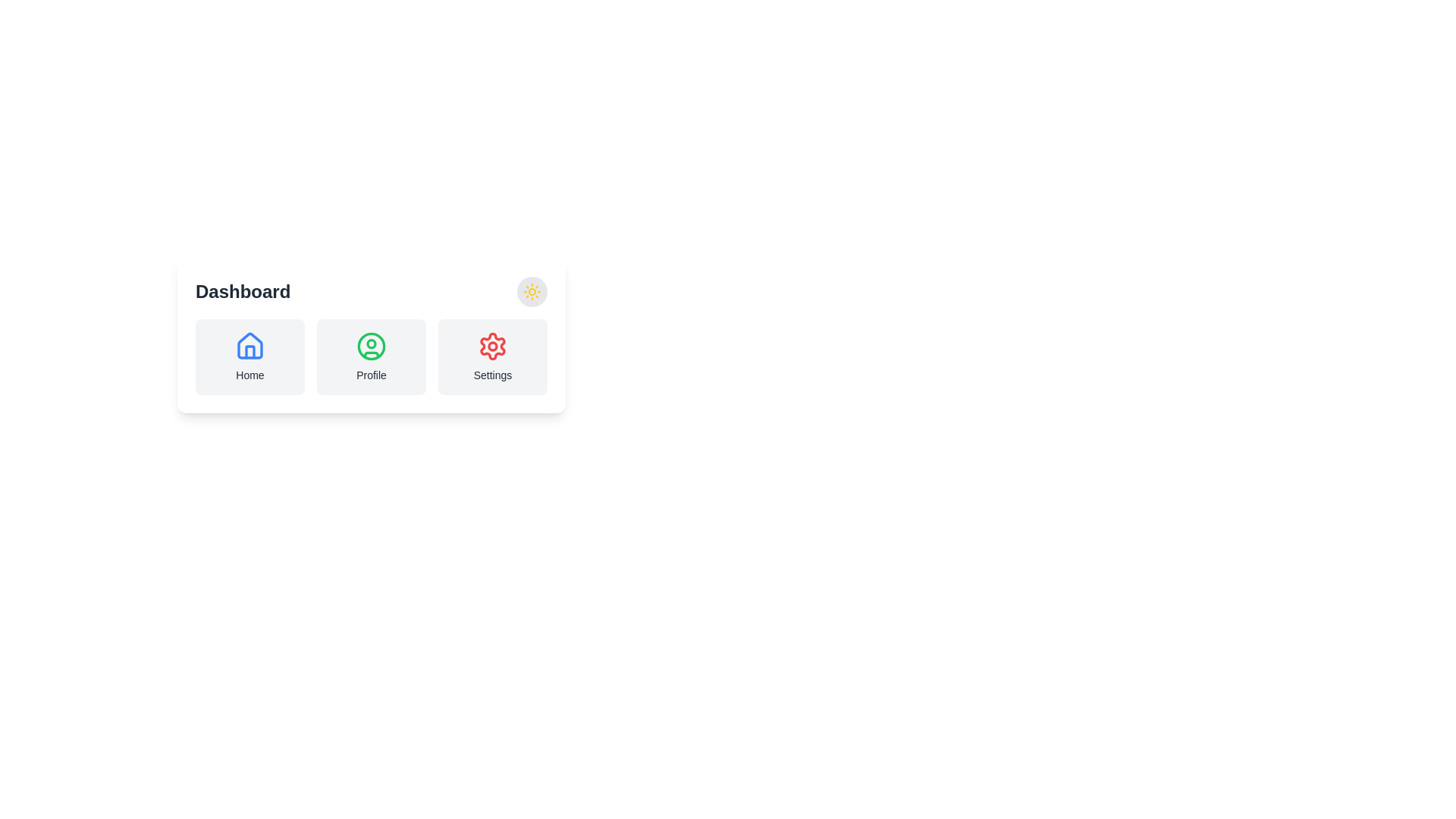 The width and height of the screenshot is (1456, 819). Describe the element at coordinates (250, 356) in the screenshot. I see `the Navigation Button displaying a blue outlined house icon with the text 'Home'` at that location.